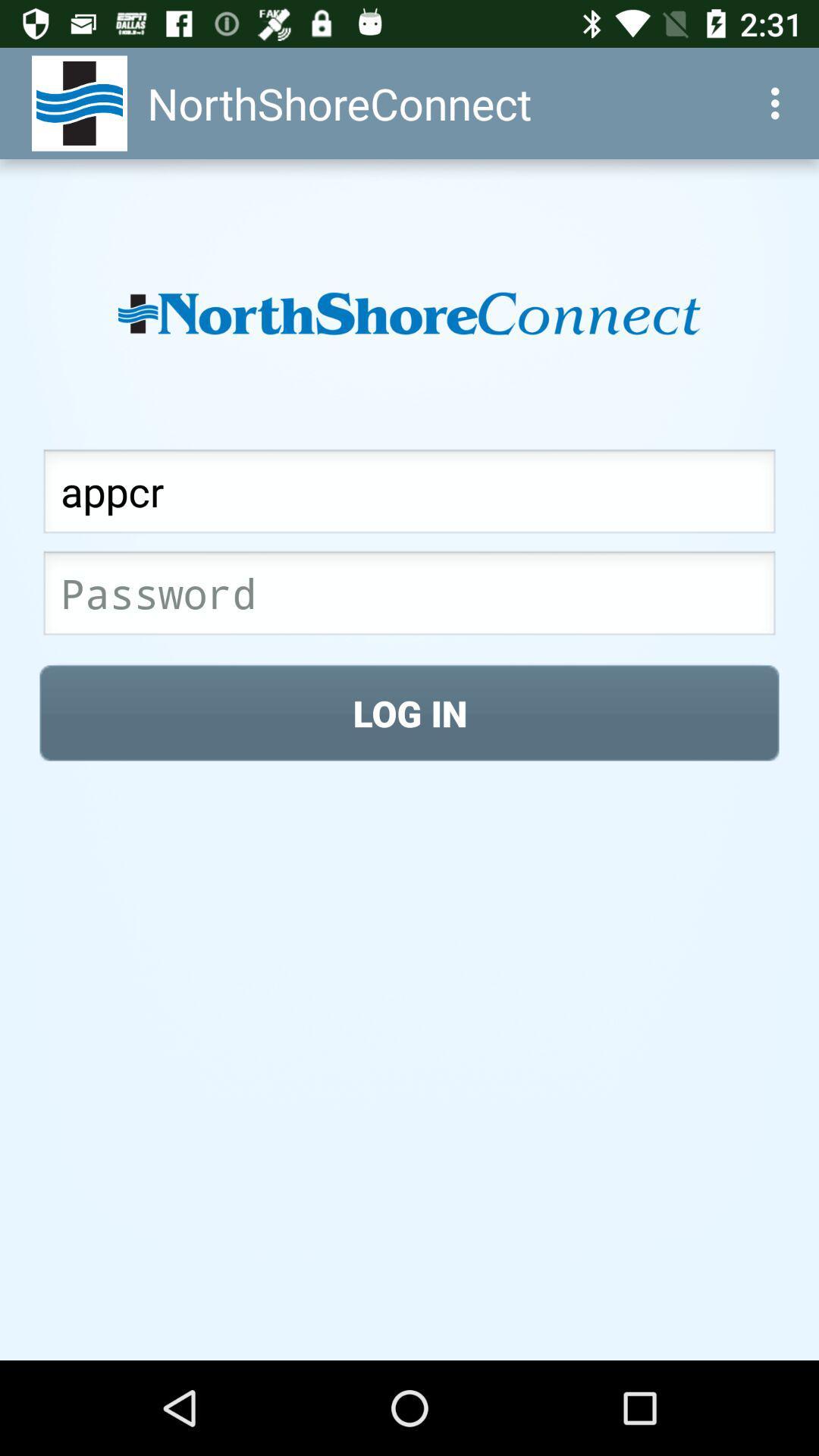  I want to click on log in item, so click(409, 712).